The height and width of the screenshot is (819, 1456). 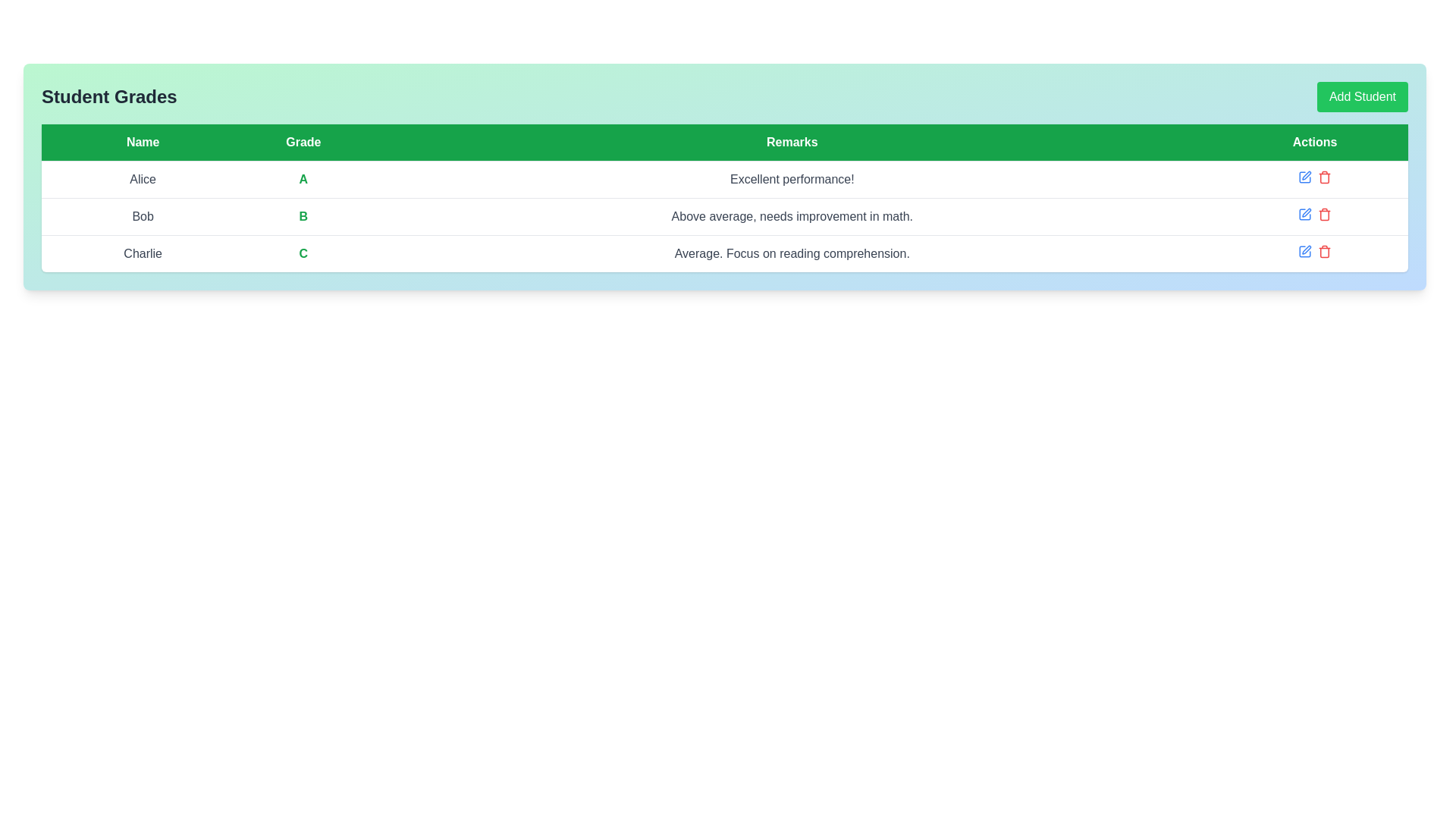 I want to click on the static text element displaying 'Charlie' in the 'Name' column of the student details table, so click(x=143, y=253).